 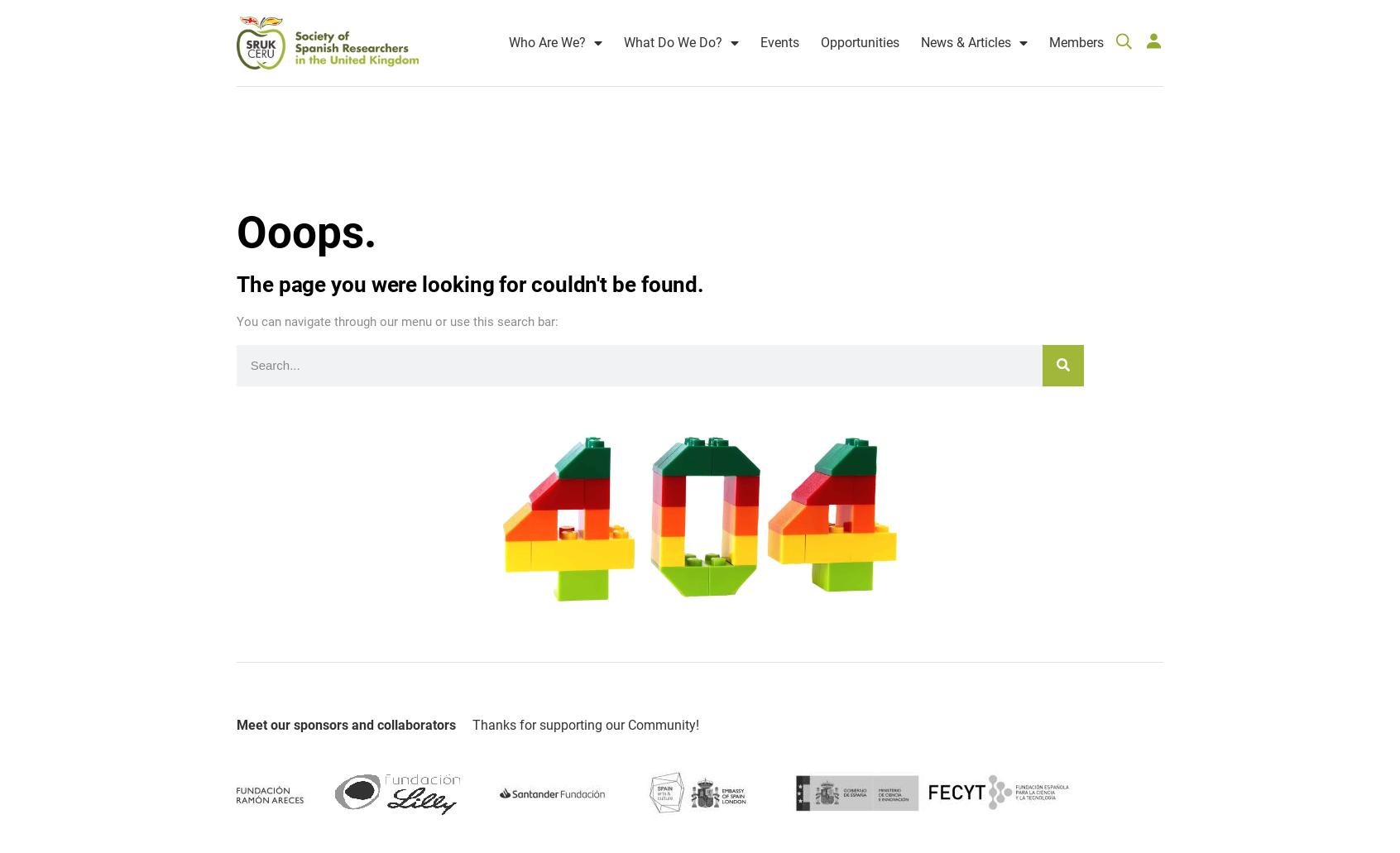 I want to click on 'What Do We Do?', so click(x=673, y=27).